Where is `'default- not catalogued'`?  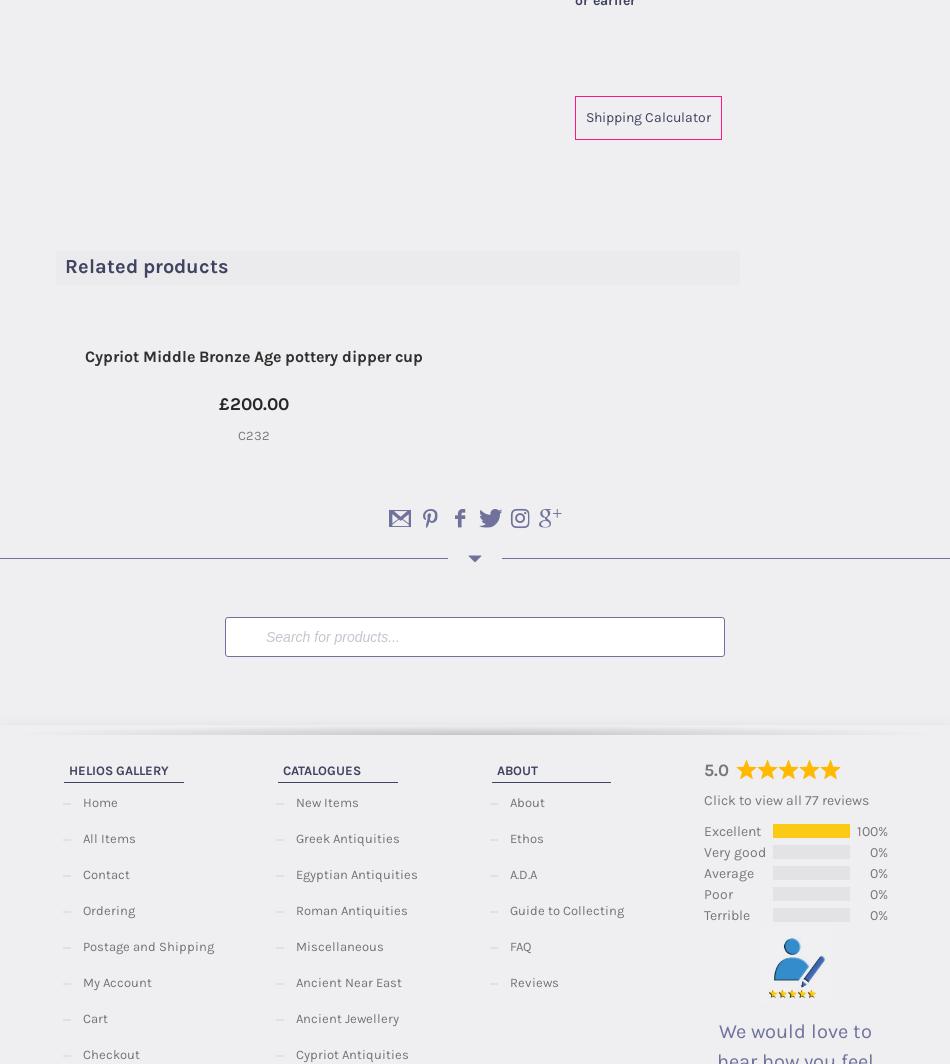
'default- not catalogued' is located at coordinates (695, 72).